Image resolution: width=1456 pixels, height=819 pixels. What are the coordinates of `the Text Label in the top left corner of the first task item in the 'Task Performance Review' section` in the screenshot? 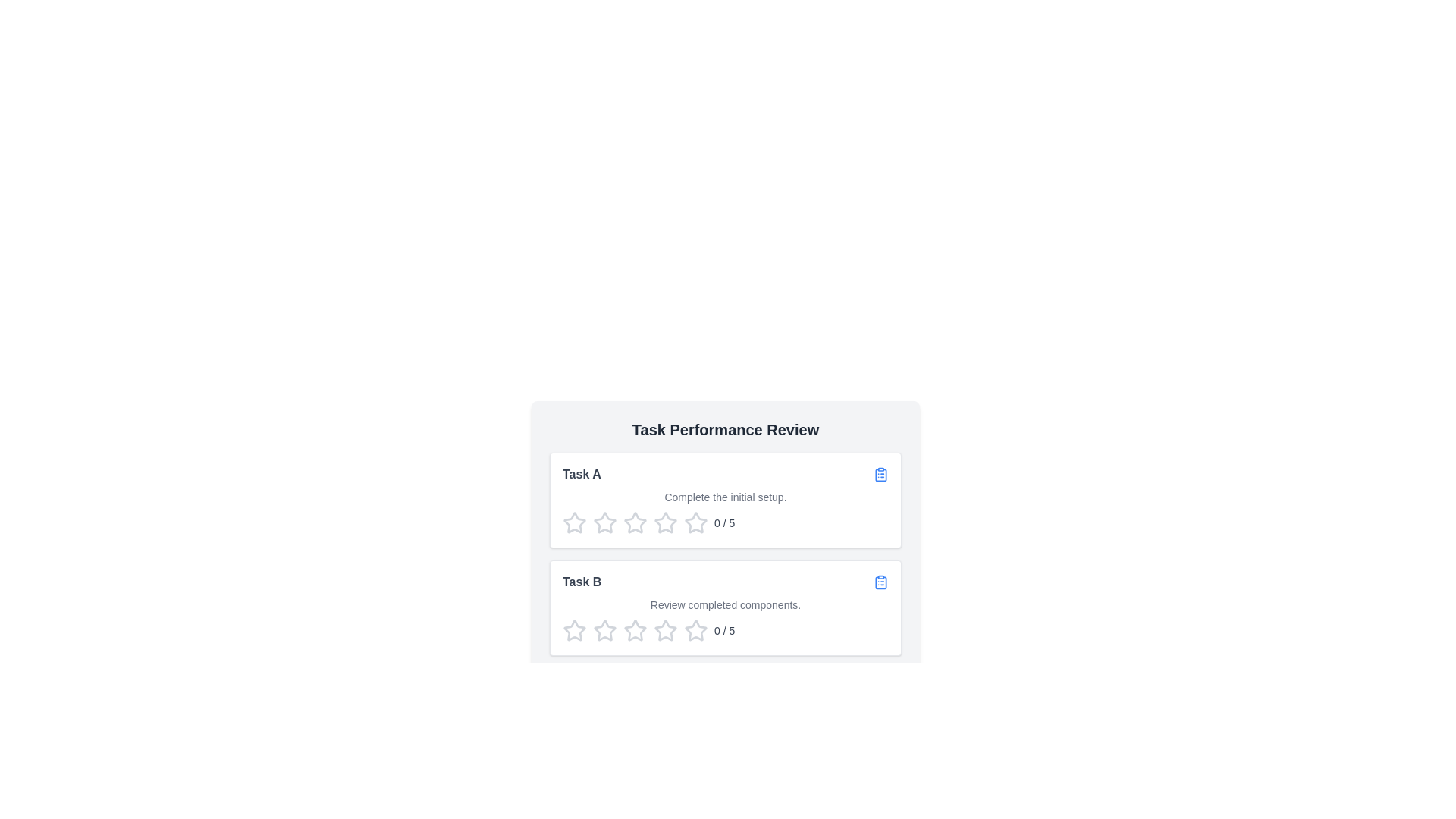 It's located at (581, 473).